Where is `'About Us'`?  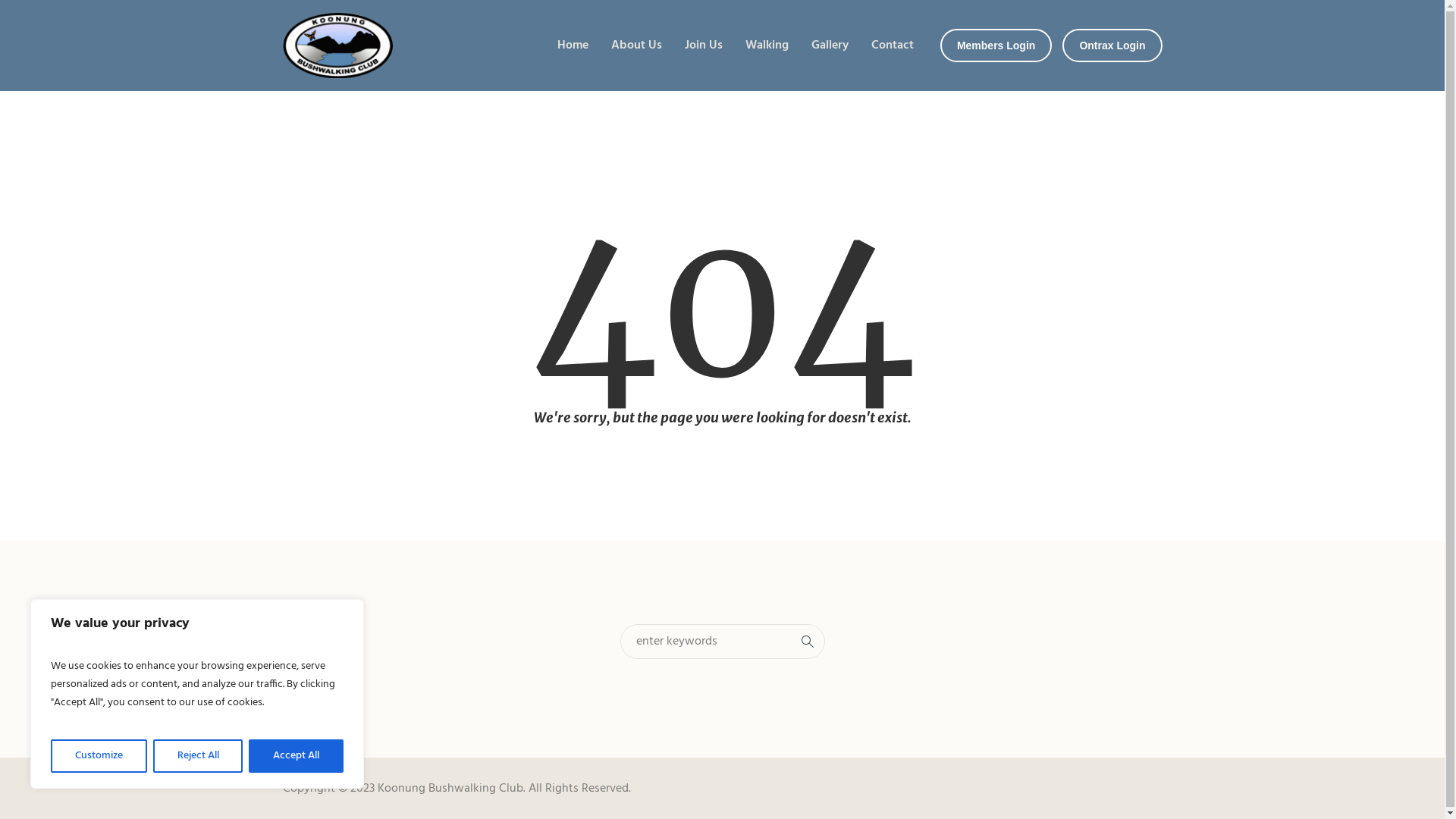 'About Us' is located at coordinates (636, 45).